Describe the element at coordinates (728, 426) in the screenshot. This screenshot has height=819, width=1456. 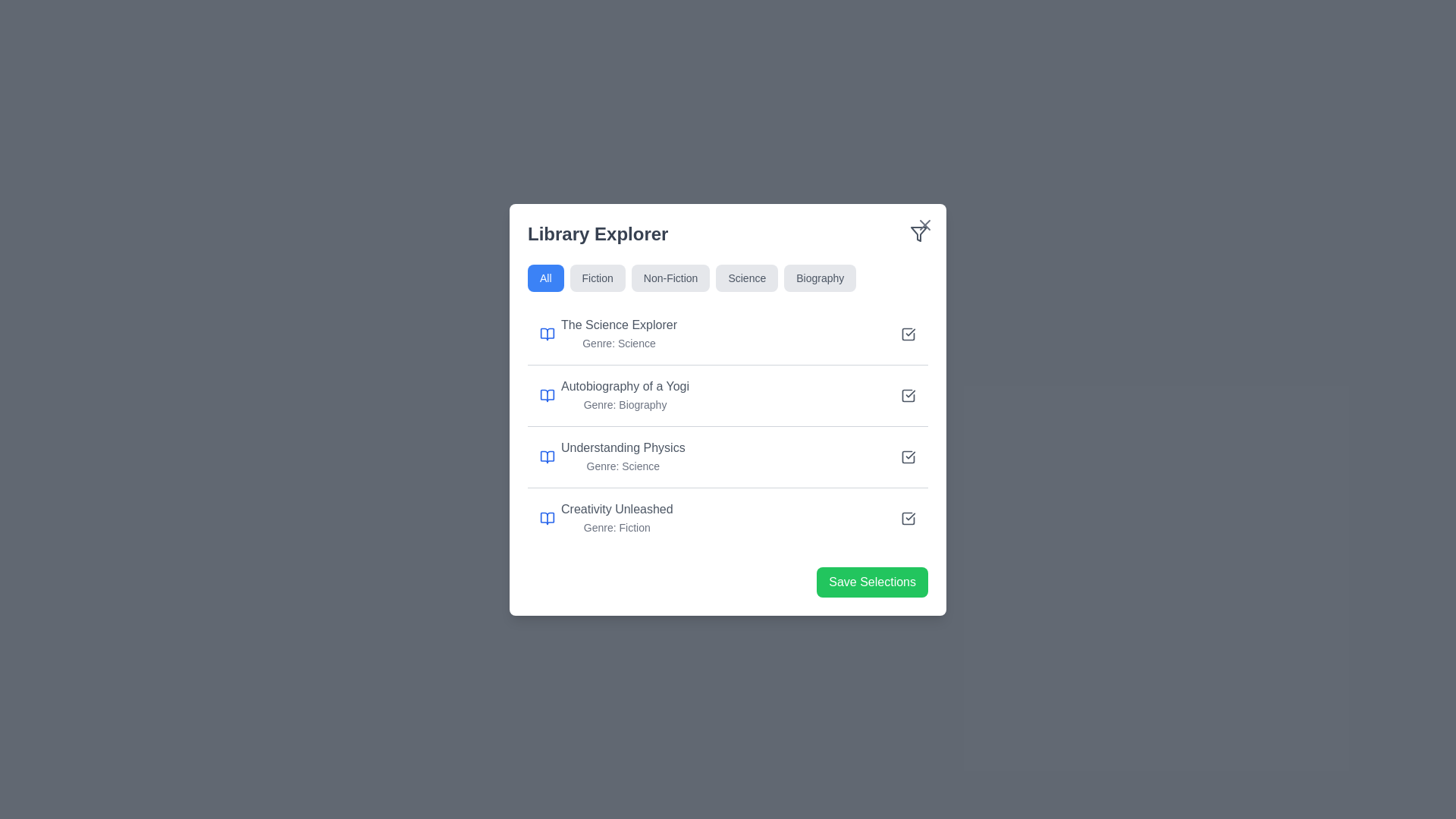
I see `the list item that reads 'Autobiography of a Yogi' with the genre 'Biography' below it, located in the second row of the list` at that location.